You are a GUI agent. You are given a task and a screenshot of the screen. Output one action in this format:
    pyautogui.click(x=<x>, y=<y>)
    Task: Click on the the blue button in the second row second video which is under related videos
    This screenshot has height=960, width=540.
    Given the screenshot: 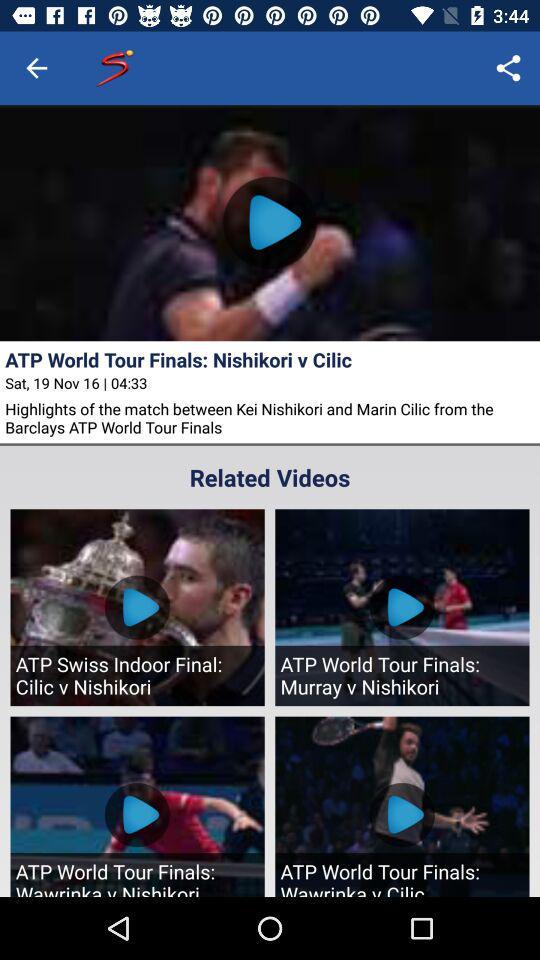 What is the action you would take?
    pyautogui.click(x=401, y=815)
    